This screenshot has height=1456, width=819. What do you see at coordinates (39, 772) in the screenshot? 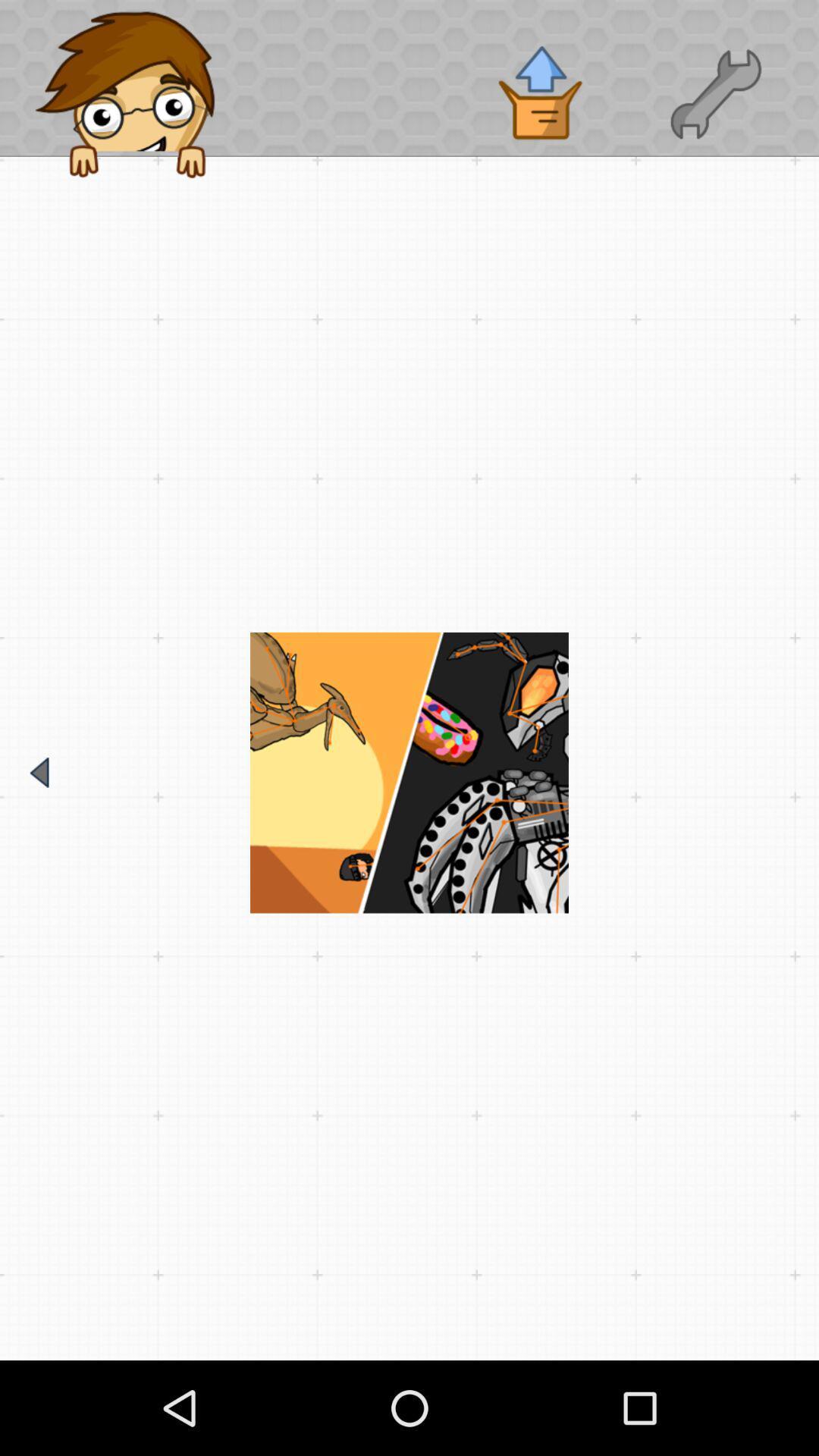
I see `the arrow_backward icon` at bounding box center [39, 772].